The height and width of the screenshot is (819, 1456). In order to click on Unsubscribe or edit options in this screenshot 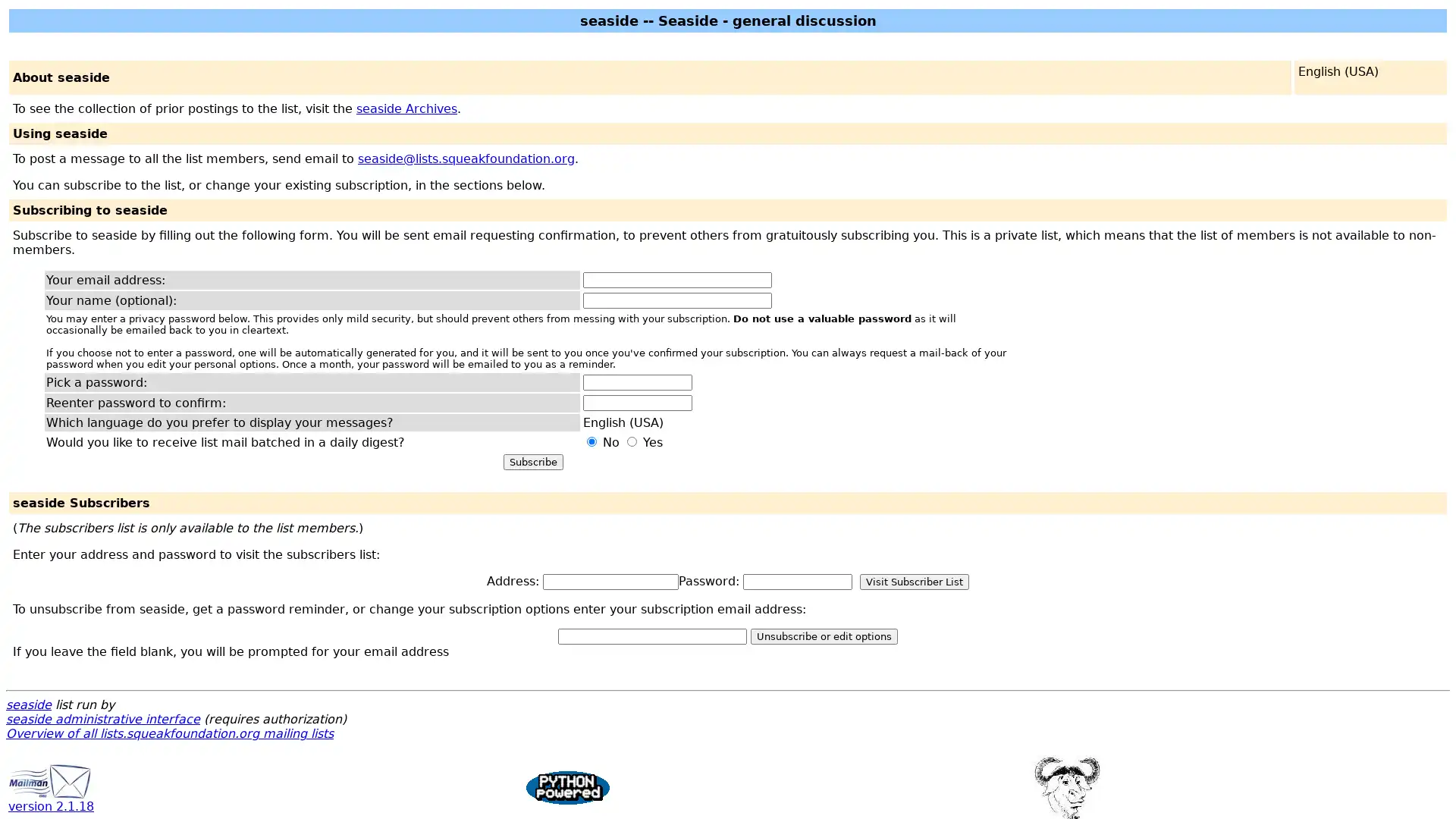, I will do `click(823, 636)`.